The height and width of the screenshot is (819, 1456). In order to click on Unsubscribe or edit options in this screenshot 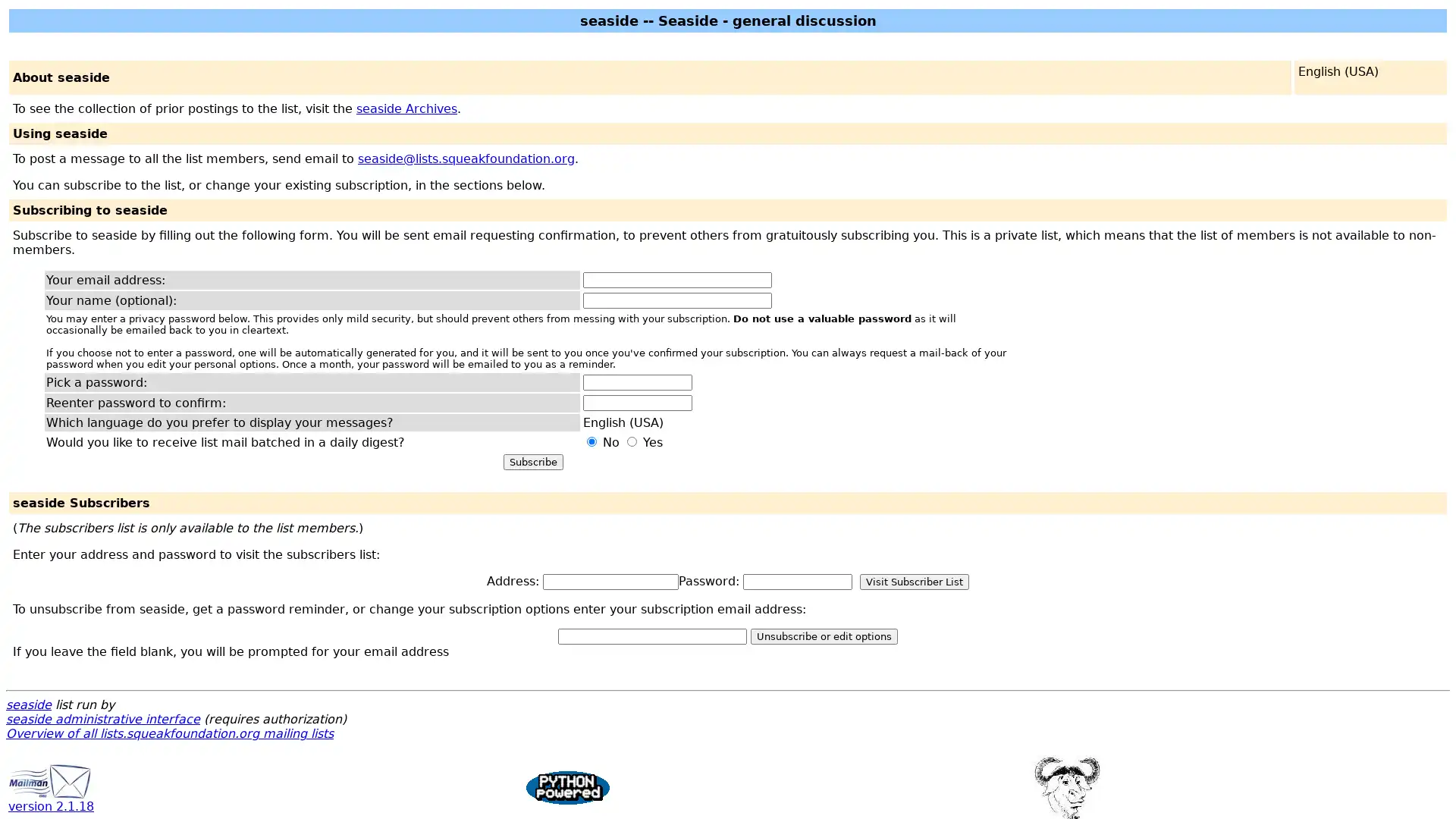, I will do `click(823, 636)`.